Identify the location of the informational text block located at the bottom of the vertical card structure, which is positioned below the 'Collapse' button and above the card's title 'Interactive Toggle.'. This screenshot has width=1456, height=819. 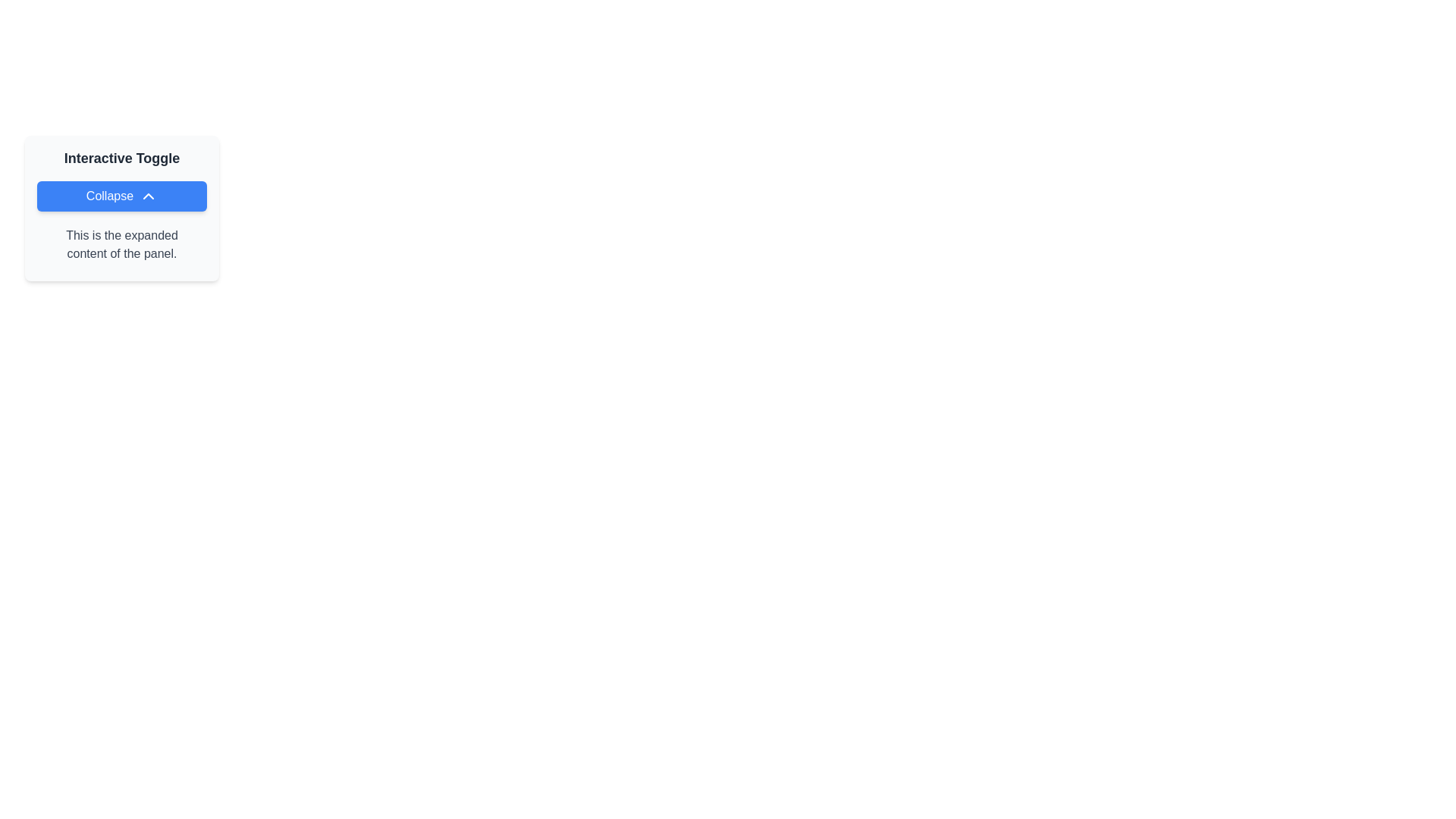
(122, 244).